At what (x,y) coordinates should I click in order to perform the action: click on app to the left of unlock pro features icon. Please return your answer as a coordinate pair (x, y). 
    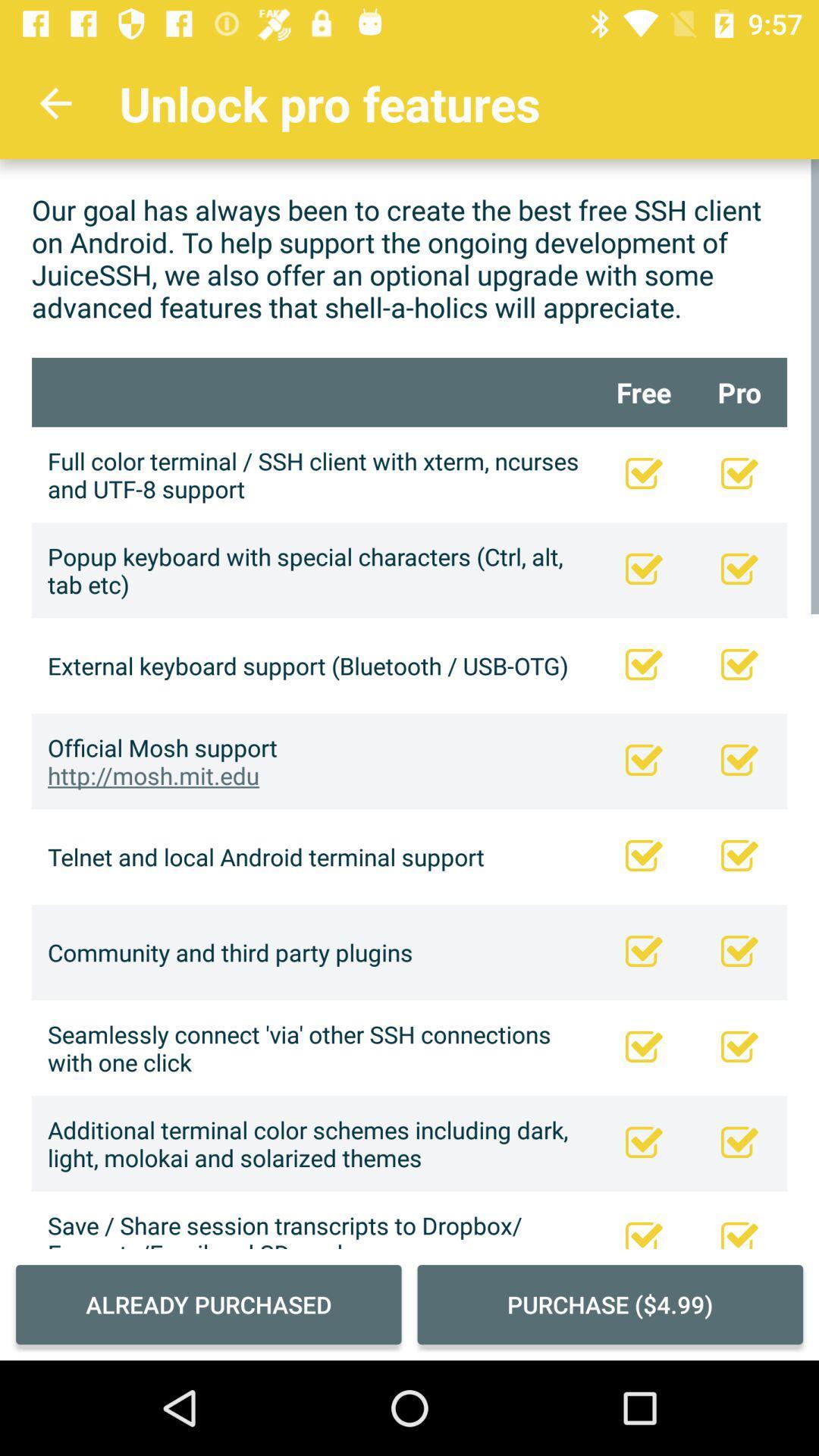
    Looking at the image, I should click on (55, 102).